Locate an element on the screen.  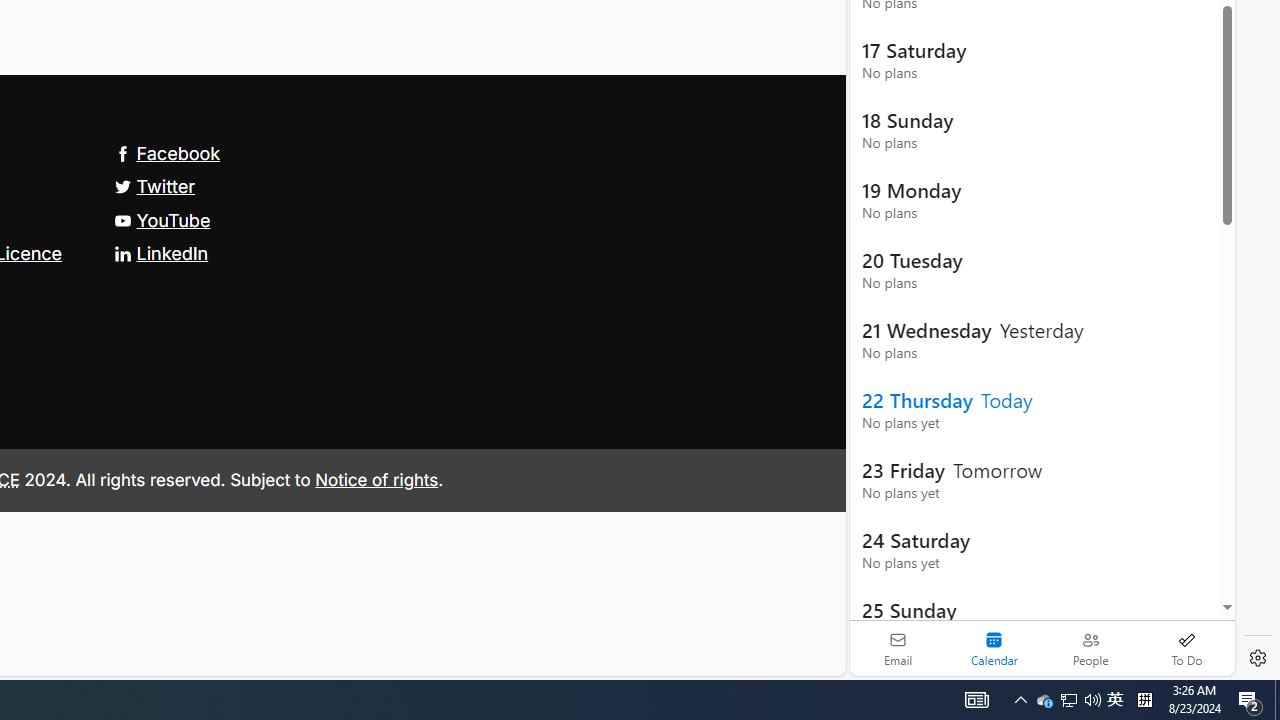
'Selected calendar module. Date today is 22' is located at coordinates (994, 648).